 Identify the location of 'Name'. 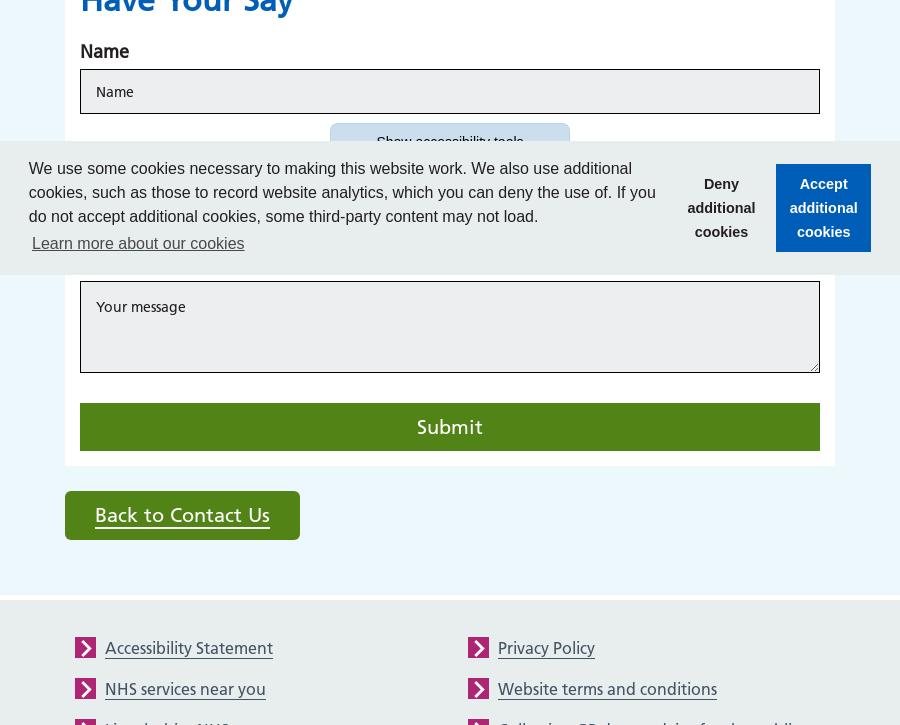
(79, 50).